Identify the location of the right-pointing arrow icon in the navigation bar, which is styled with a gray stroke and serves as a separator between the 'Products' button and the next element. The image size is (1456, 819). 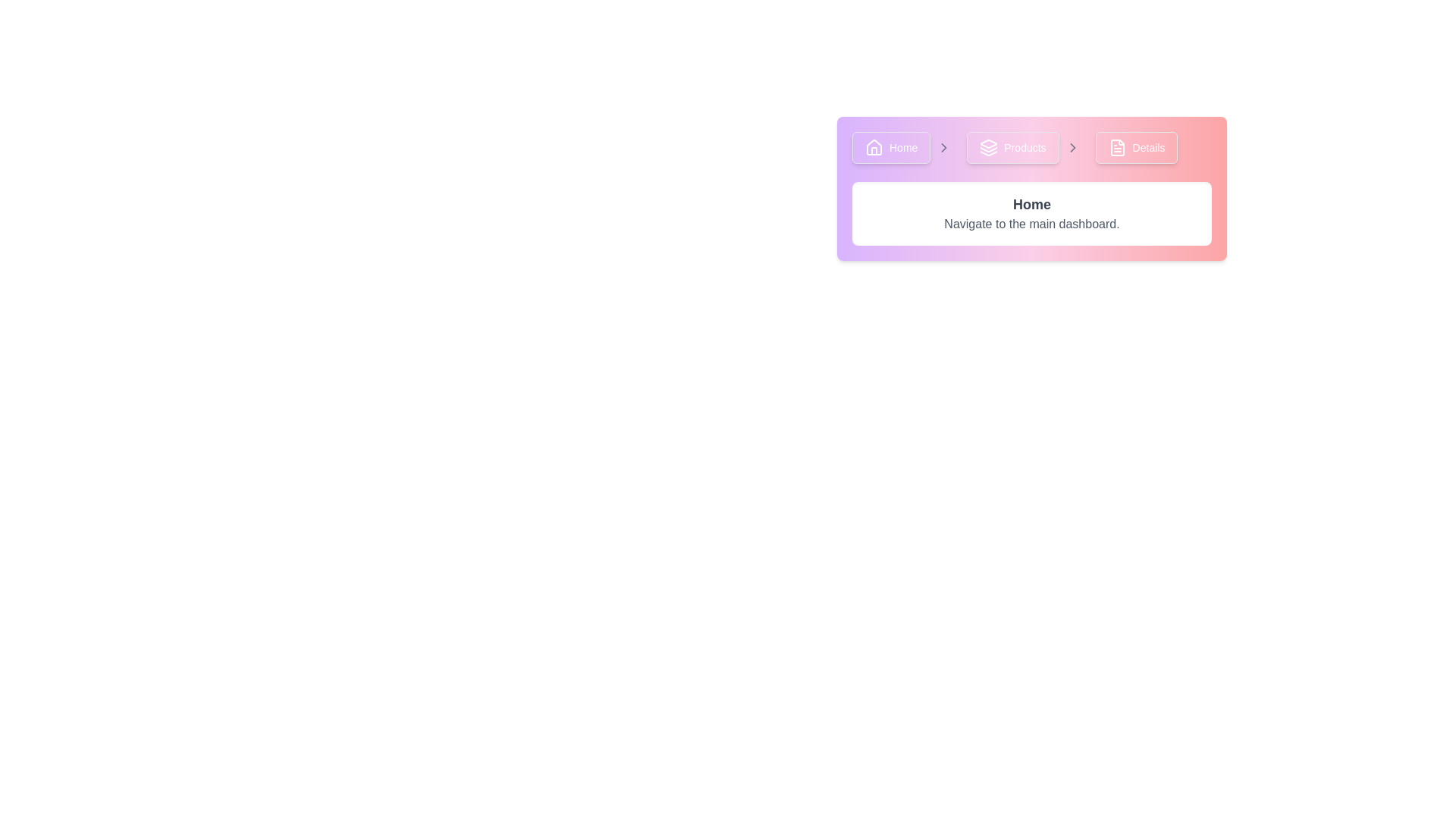
(943, 148).